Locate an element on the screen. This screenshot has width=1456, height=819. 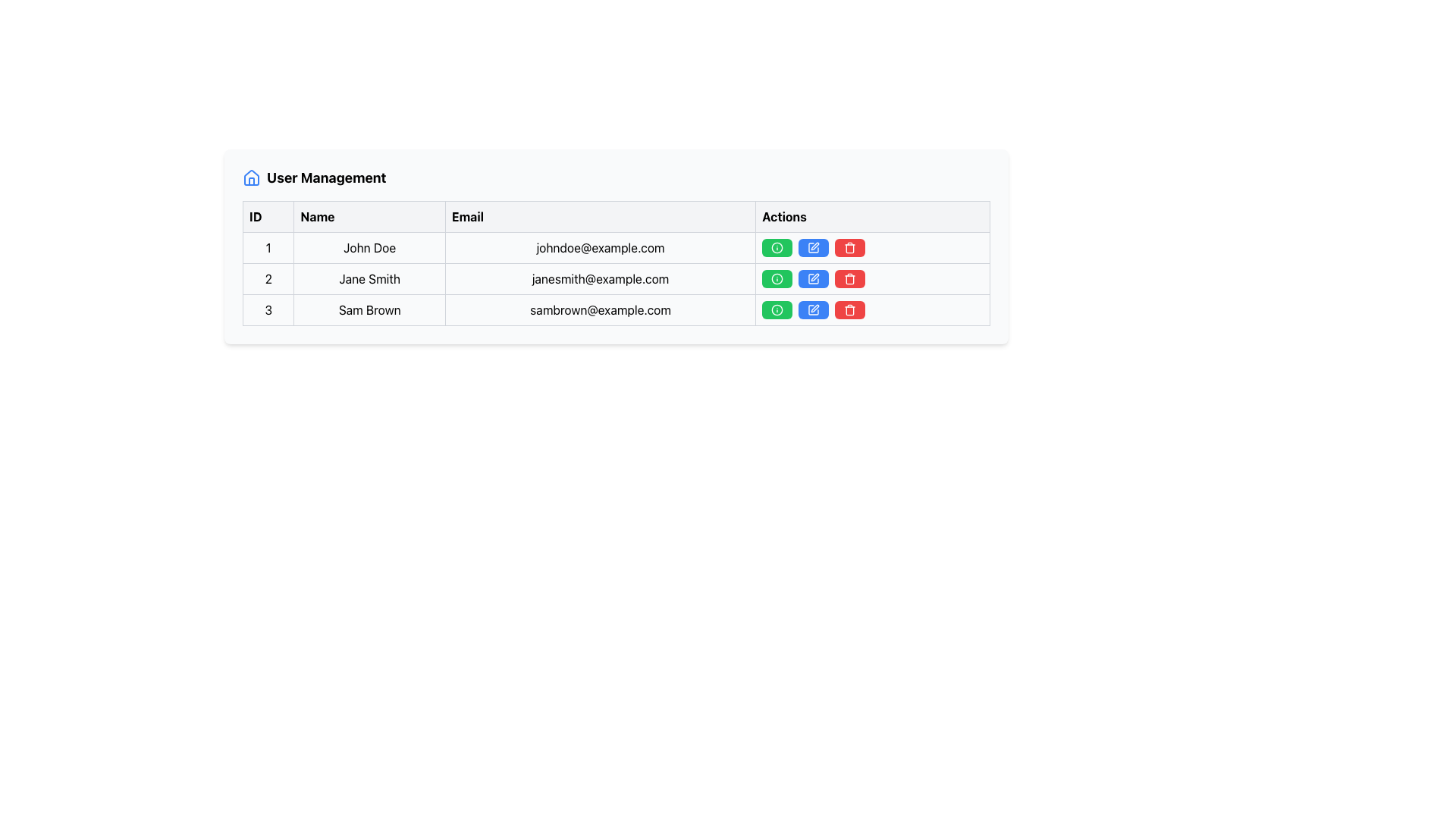
the first row in the table containing user data, which includes the number '1', the name 'John Doe', the email 'johndoe@example.com', and three action buttons, by clicking on it is located at coordinates (616, 247).